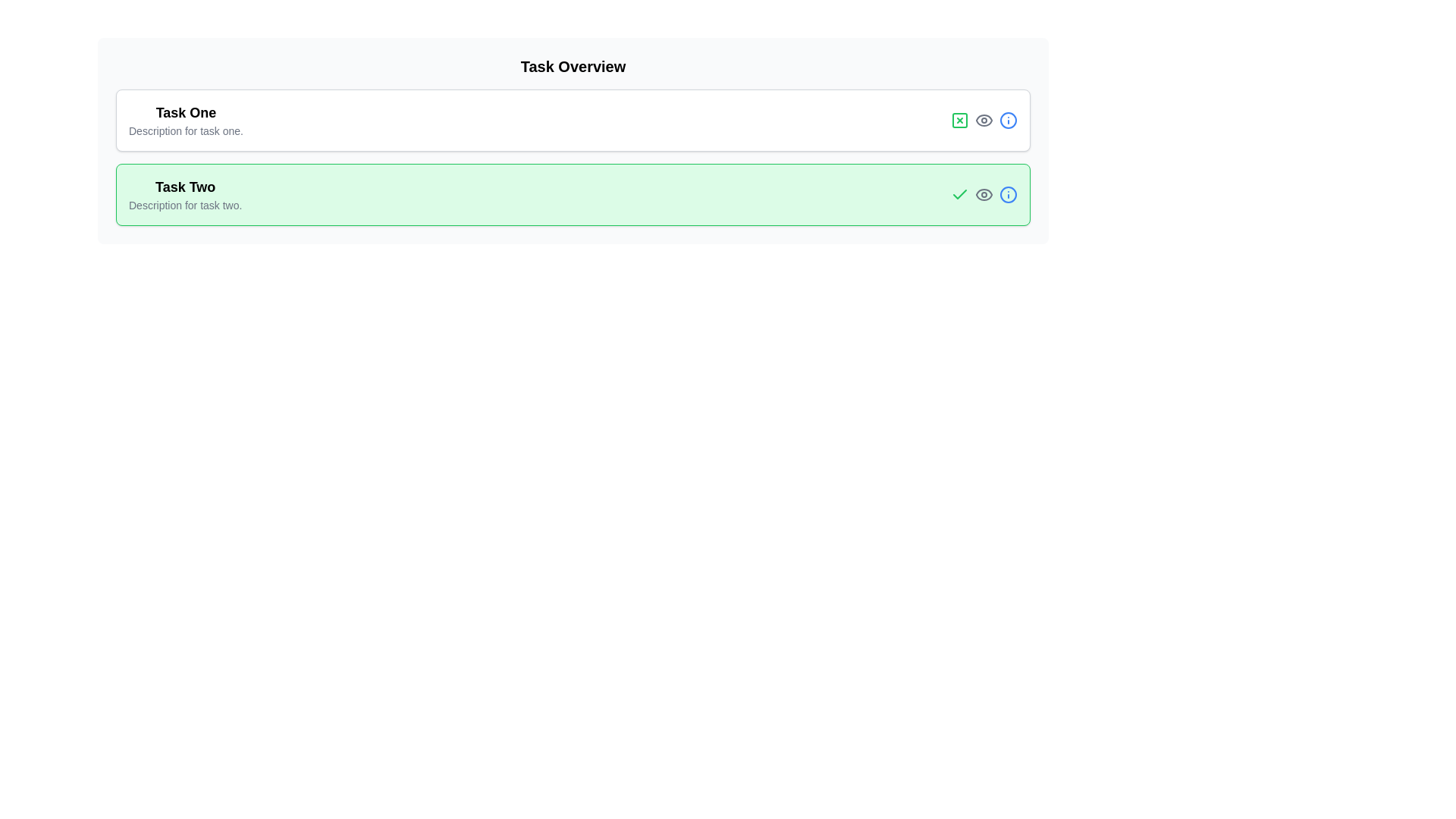  What do you see at coordinates (1008, 194) in the screenshot?
I see `the information button icon located on the right side of the green task box labeled 'Task Two', which is the third interactive icon in the row of icons` at bounding box center [1008, 194].